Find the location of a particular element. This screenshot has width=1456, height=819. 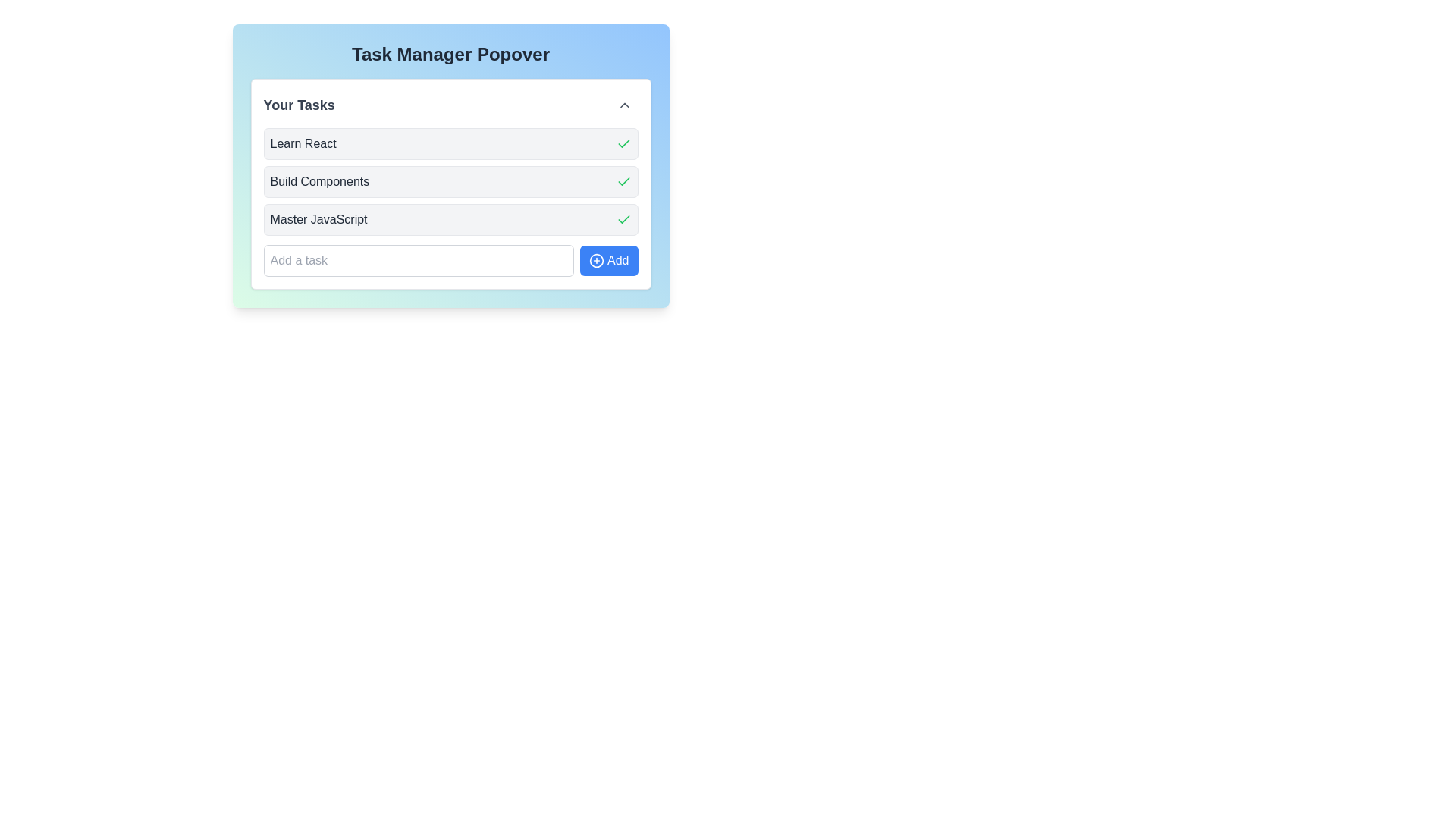

the checkmark icon that signifies the successful completion of the task 'Master JavaScript', located at the far right of the third row under 'Your Tasks' is located at coordinates (623, 219).